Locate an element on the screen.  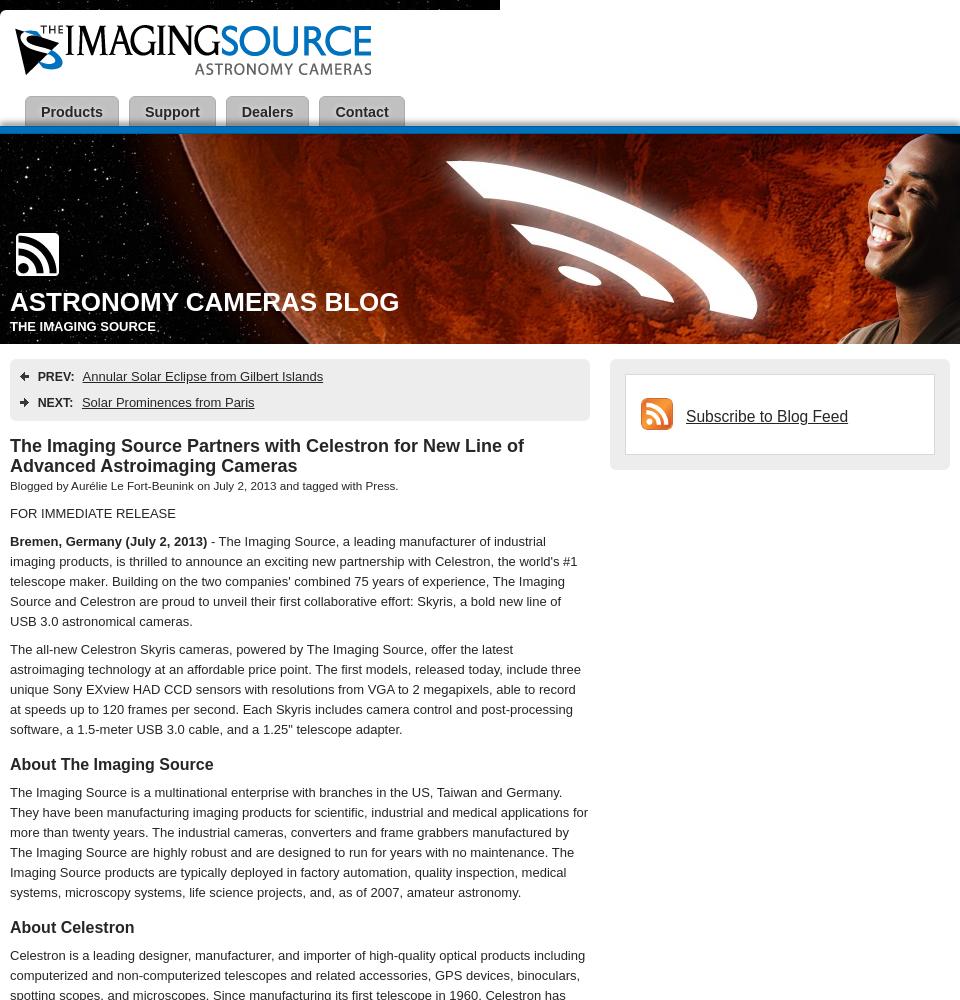
'Aurélie Le Fort-Beunink' is located at coordinates (131, 484).